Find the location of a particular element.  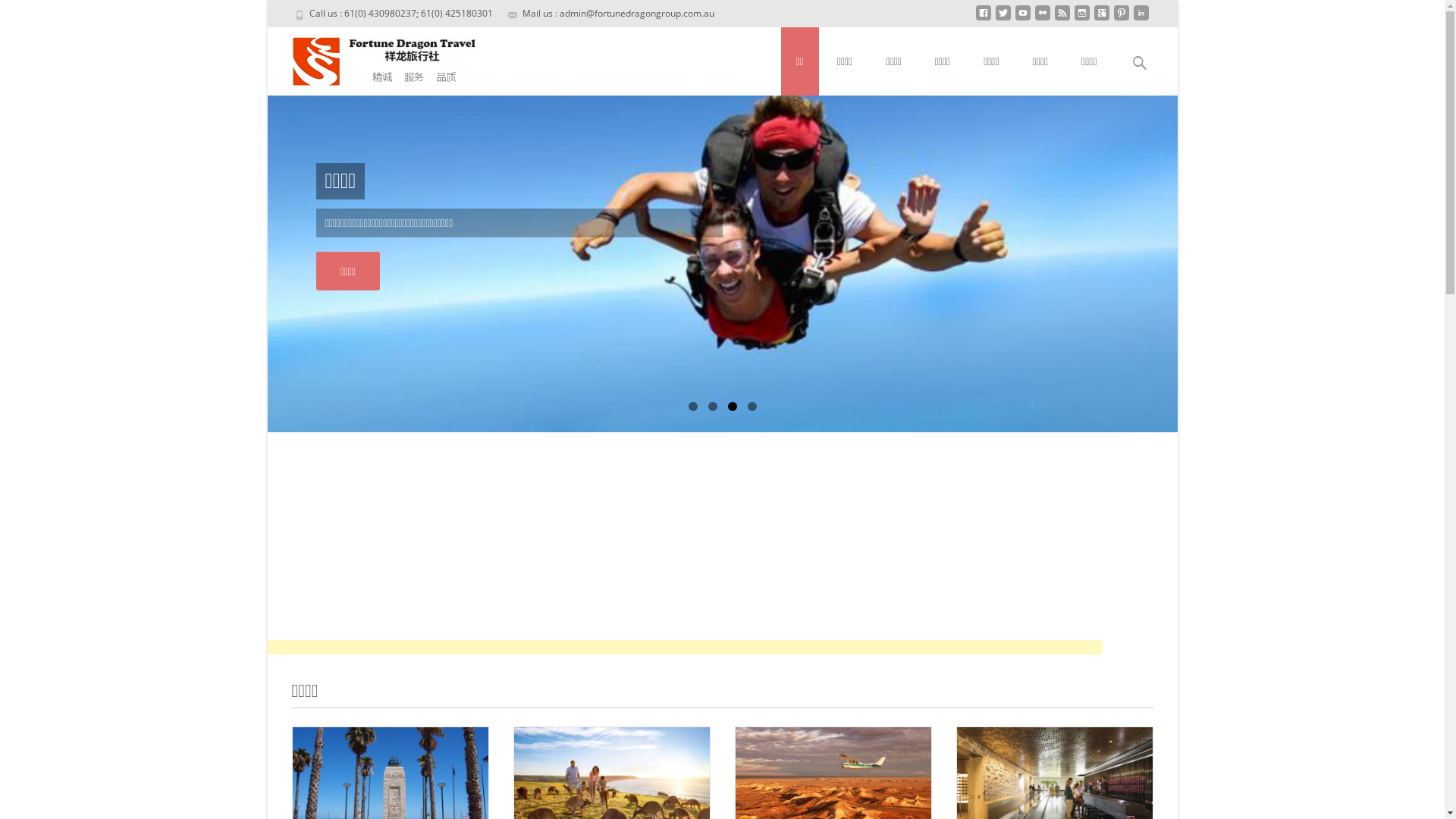

'feed' is located at coordinates (1053, 18).